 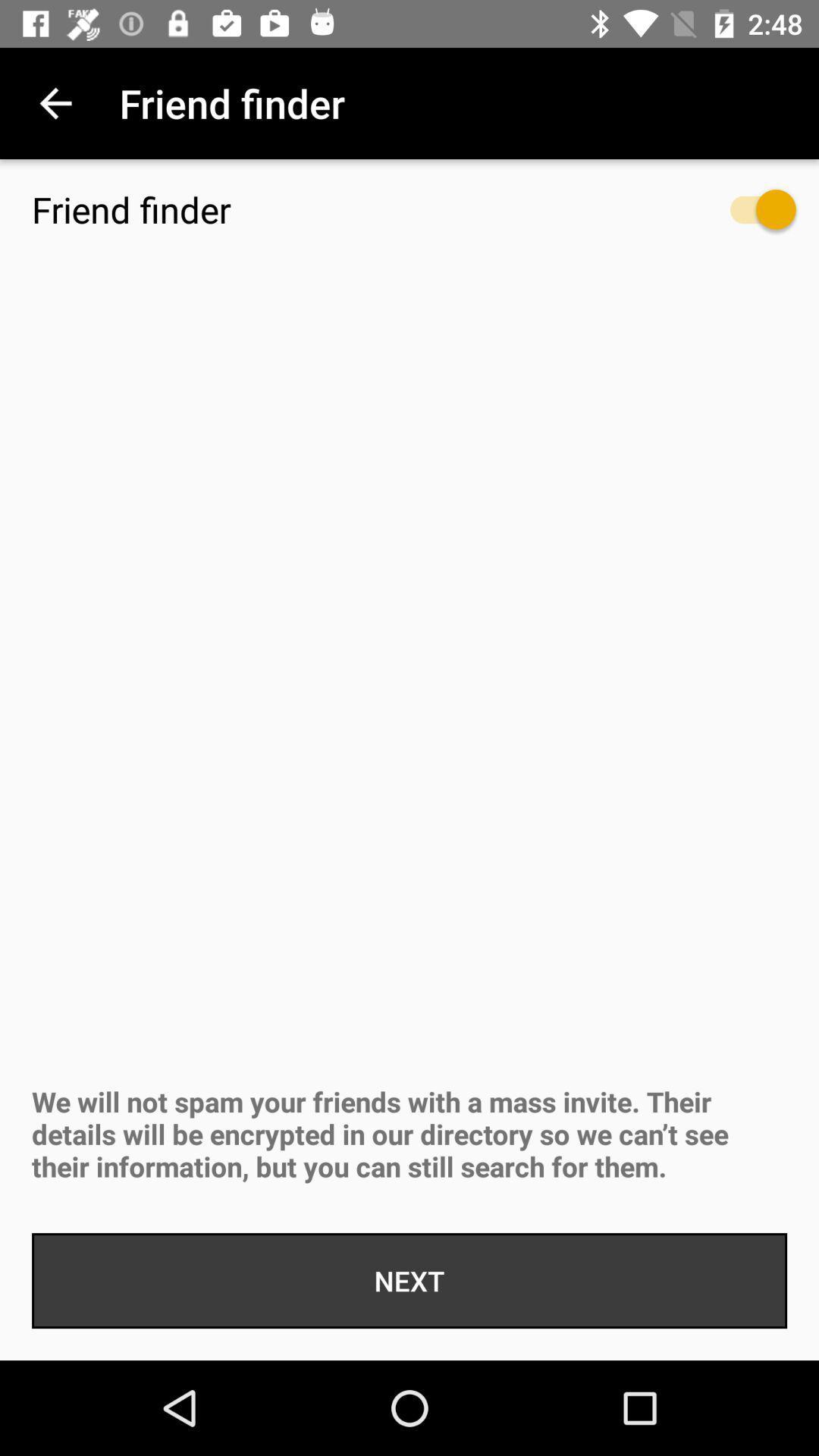 I want to click on icon above the we will not item, so click(x=747, y=216).